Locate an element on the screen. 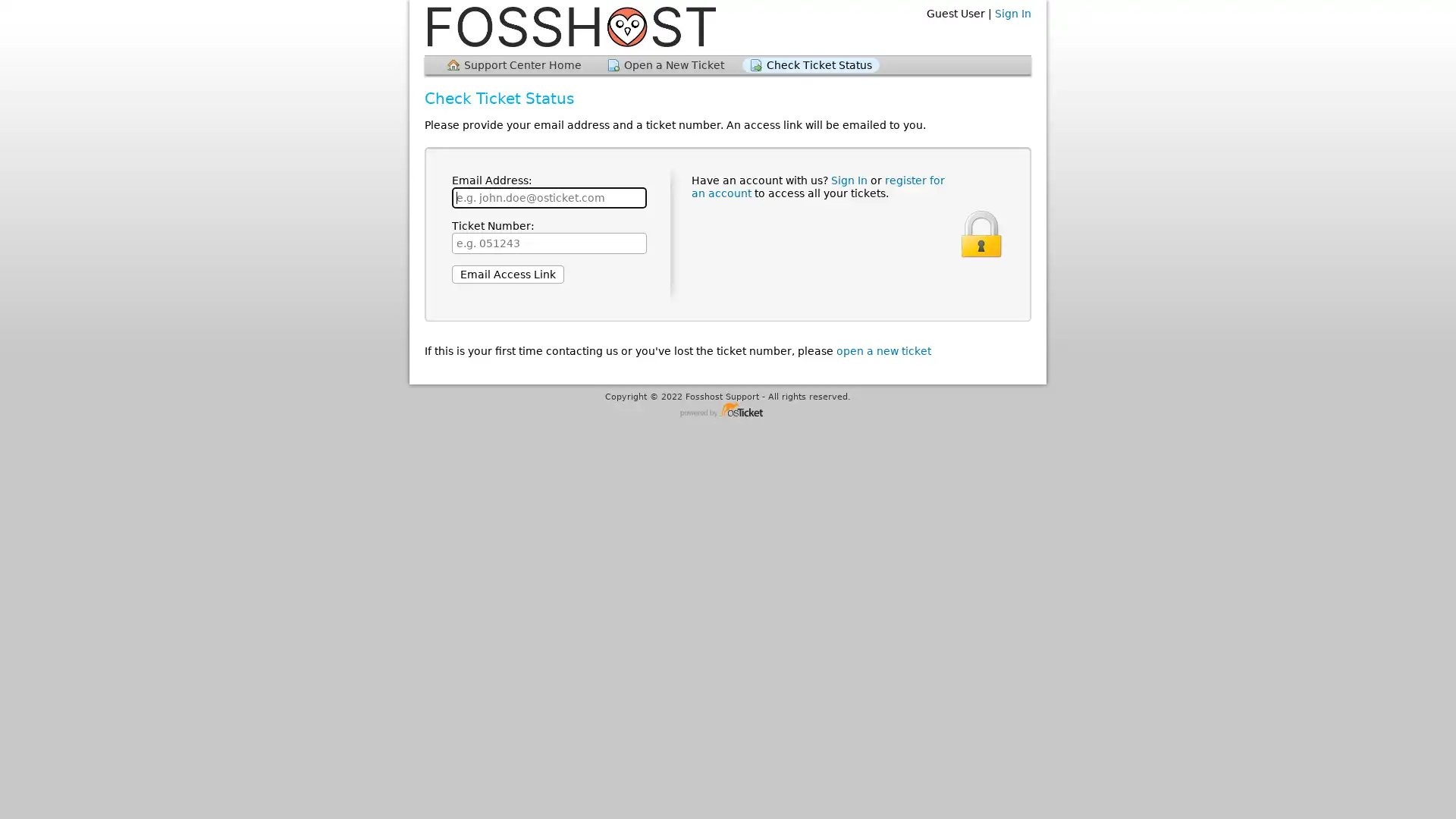 This screenshot has height=819, width=1456. Email Access Link is located at coordinates (508, 275).